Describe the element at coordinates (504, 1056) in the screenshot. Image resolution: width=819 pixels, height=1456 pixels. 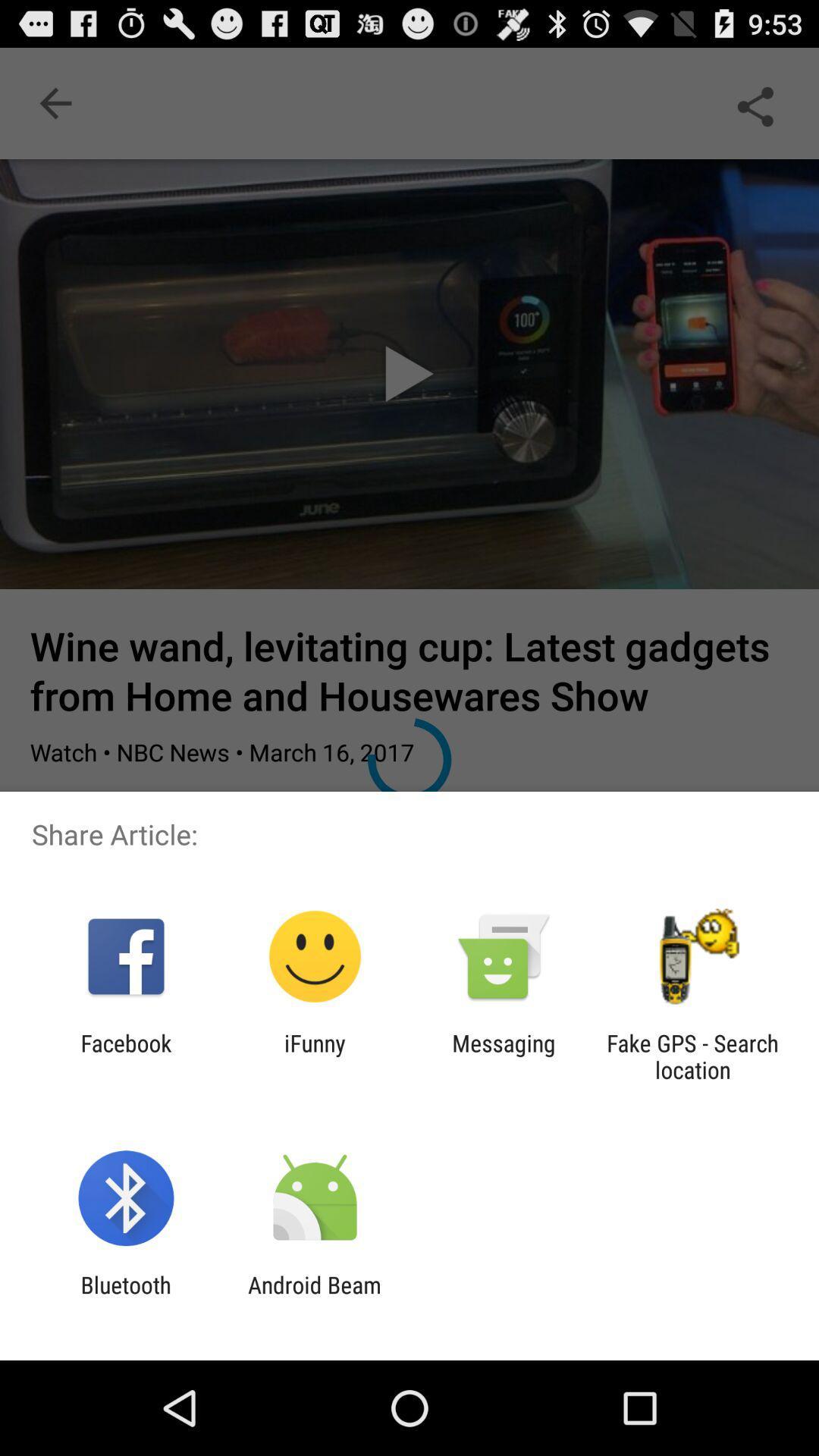
I see `app next to ifunny icon` at that location.